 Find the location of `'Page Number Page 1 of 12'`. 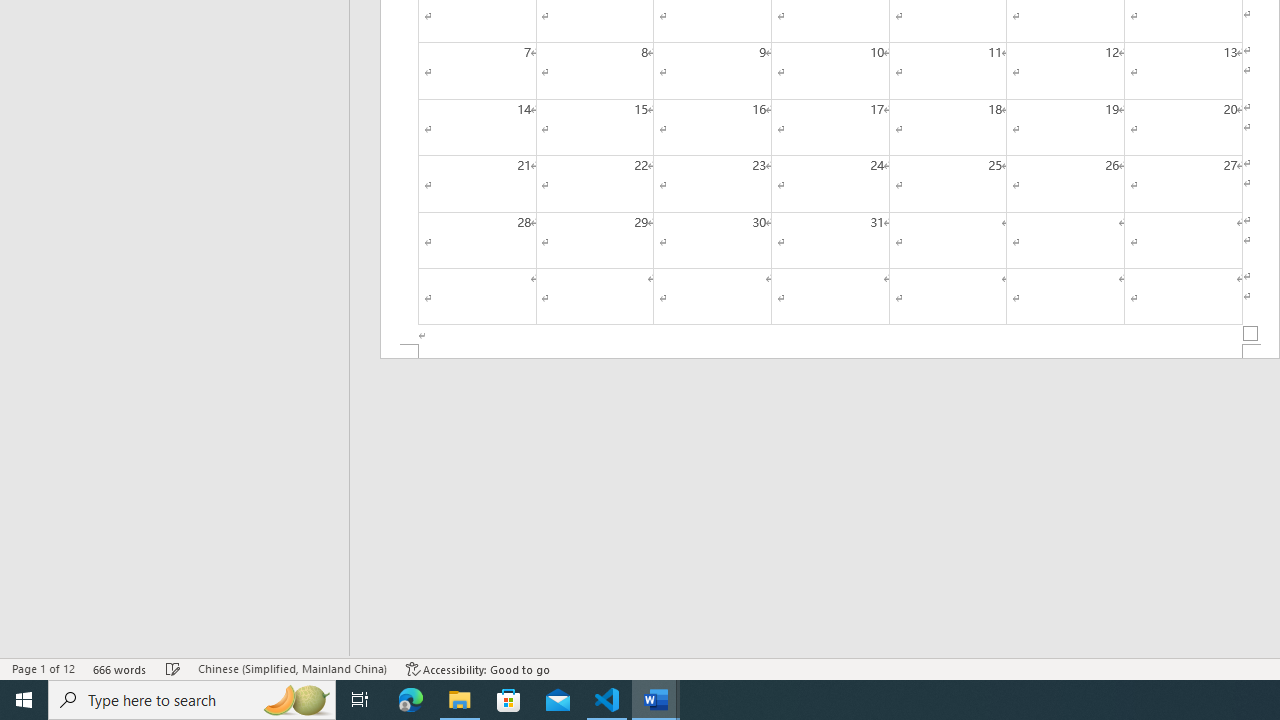

'Page Number Page 1 of 12' is located at coordinates (43, 669).